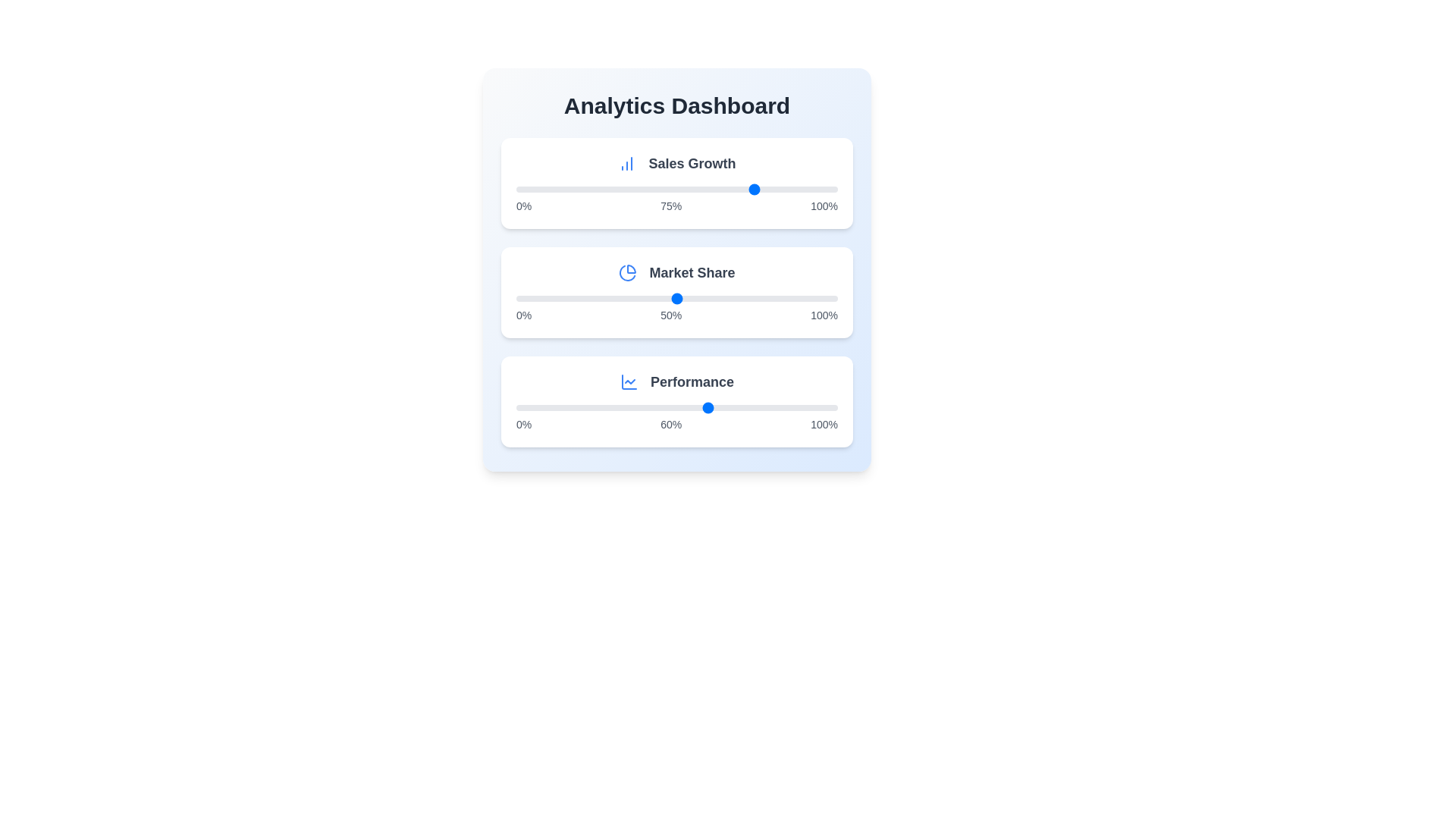 Image resolution: width=1456 pixels, height=819 pixels. What do you see at coordinates (592, 406) in the screenshot?
I see `the 'Performance' slider to 24 percent` at bounding box center [592, 406].